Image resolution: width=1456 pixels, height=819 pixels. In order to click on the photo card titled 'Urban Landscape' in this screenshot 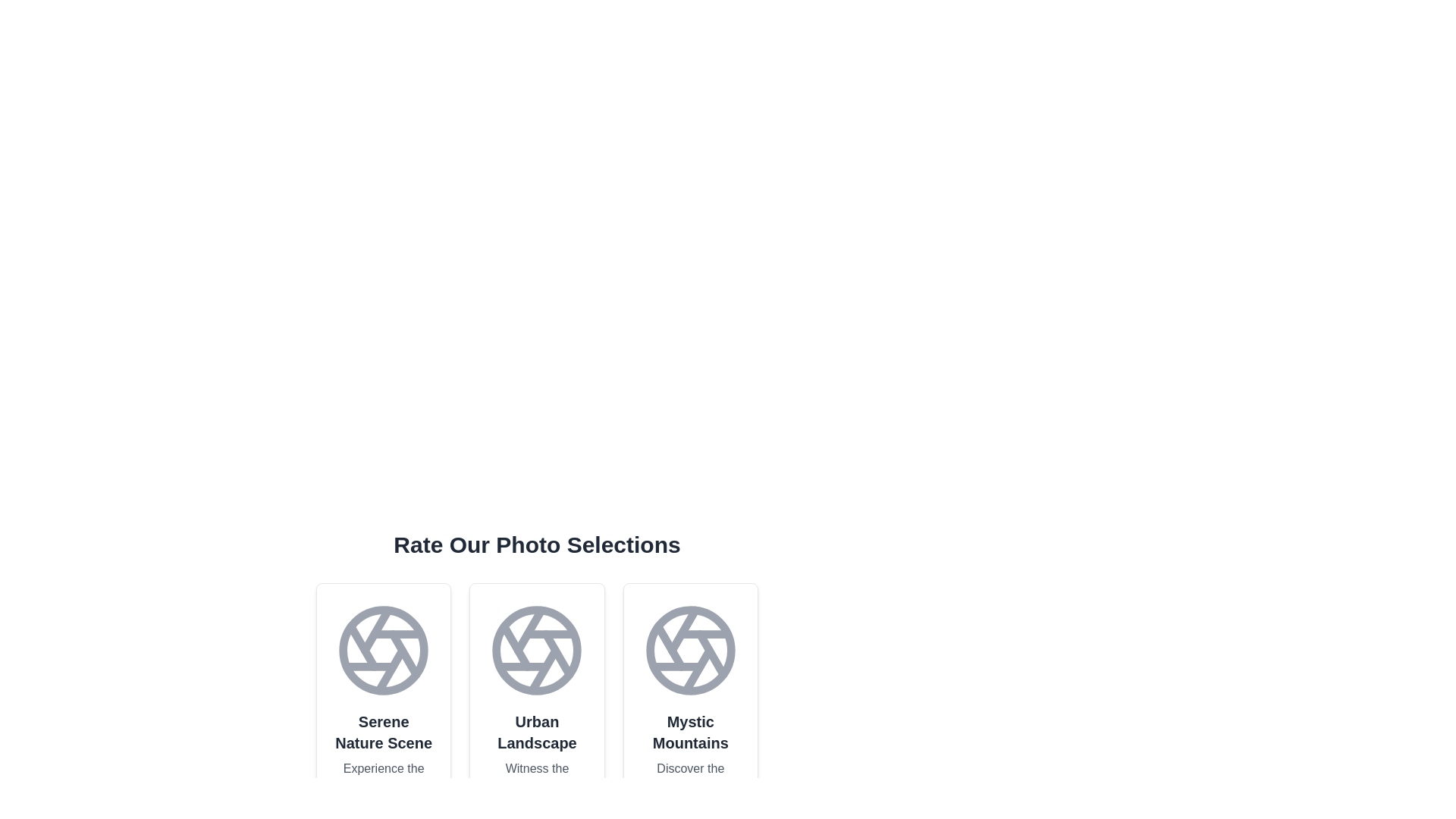, I will do `click(537, 725)`.